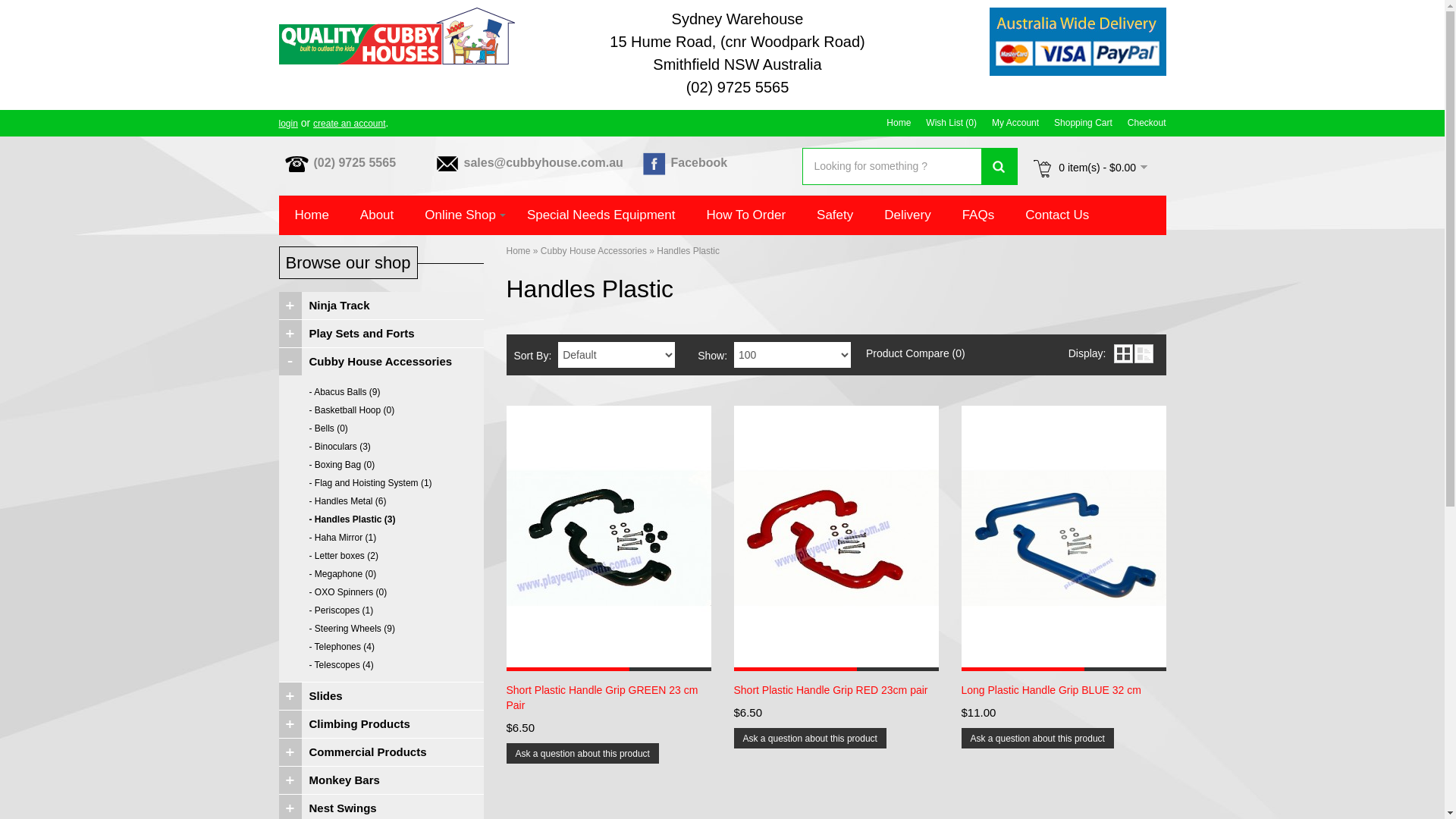  I want to click on '- Telescopes (4)', so click(381, 664).